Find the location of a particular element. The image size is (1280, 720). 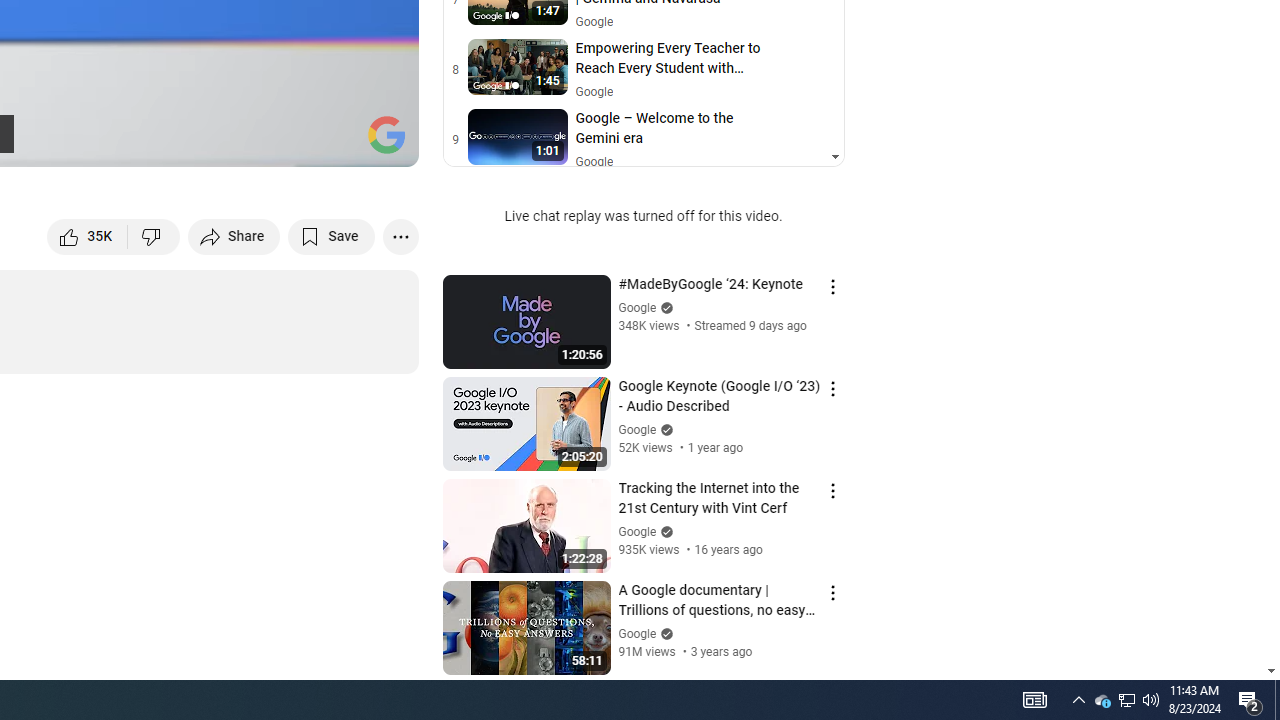

'Theater mode (t)' is located at coordinates (334, 141).